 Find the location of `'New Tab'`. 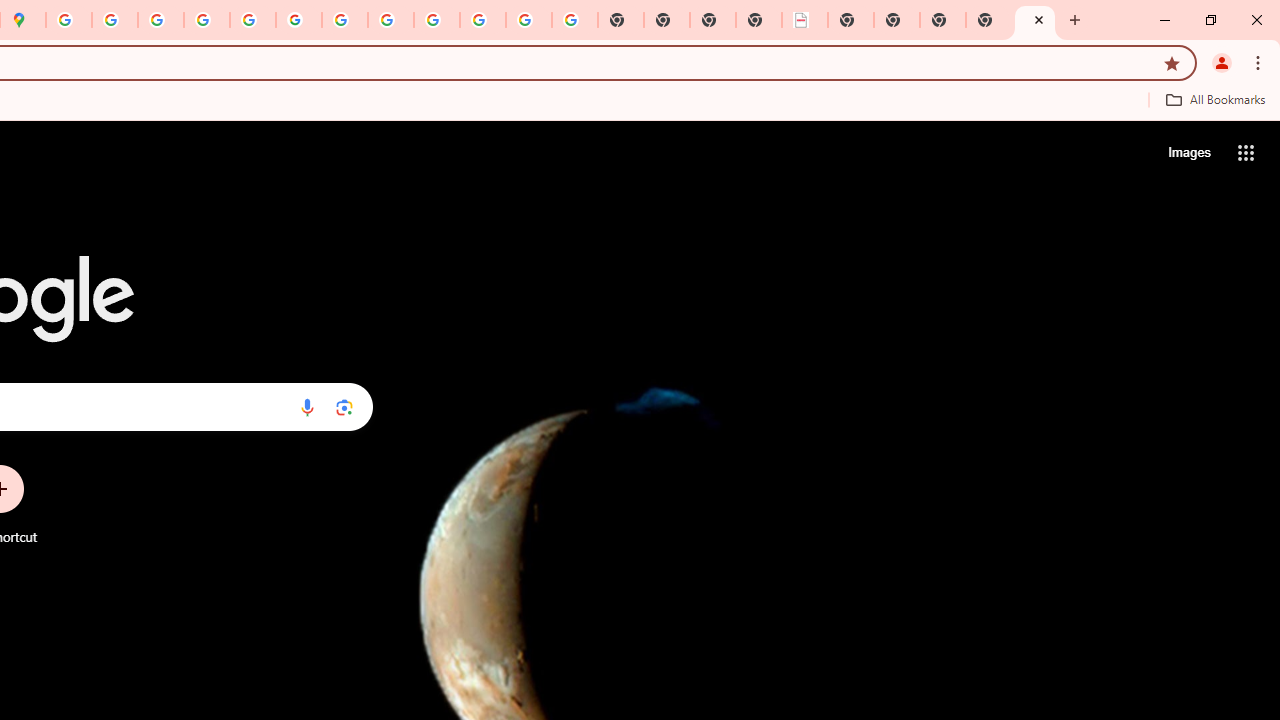

'New Tab' is located at coordinates (989, 20).